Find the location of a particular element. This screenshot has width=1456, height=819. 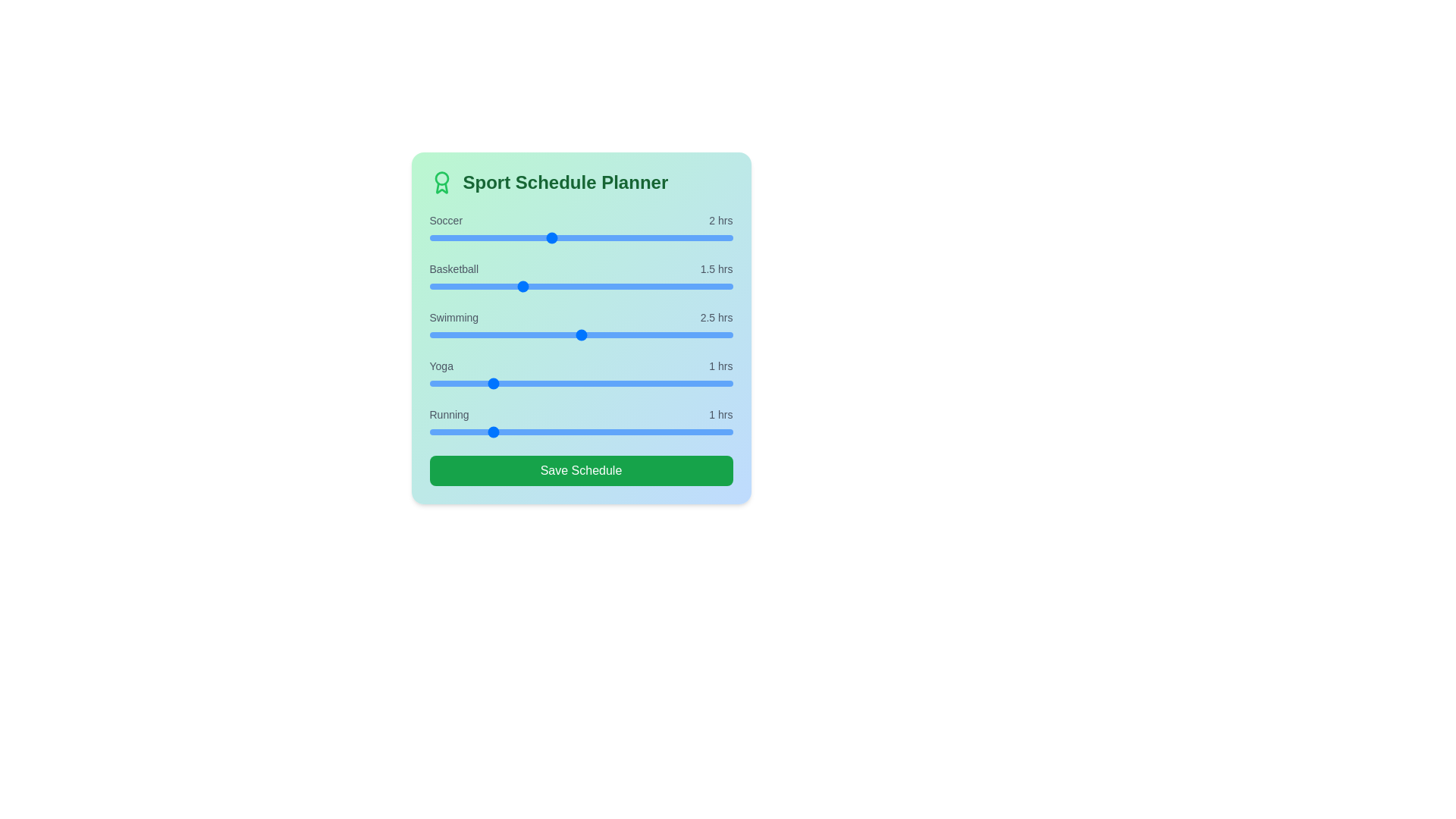

'Save Schedule' button to save the schedule is located at coordinates (580, 470).